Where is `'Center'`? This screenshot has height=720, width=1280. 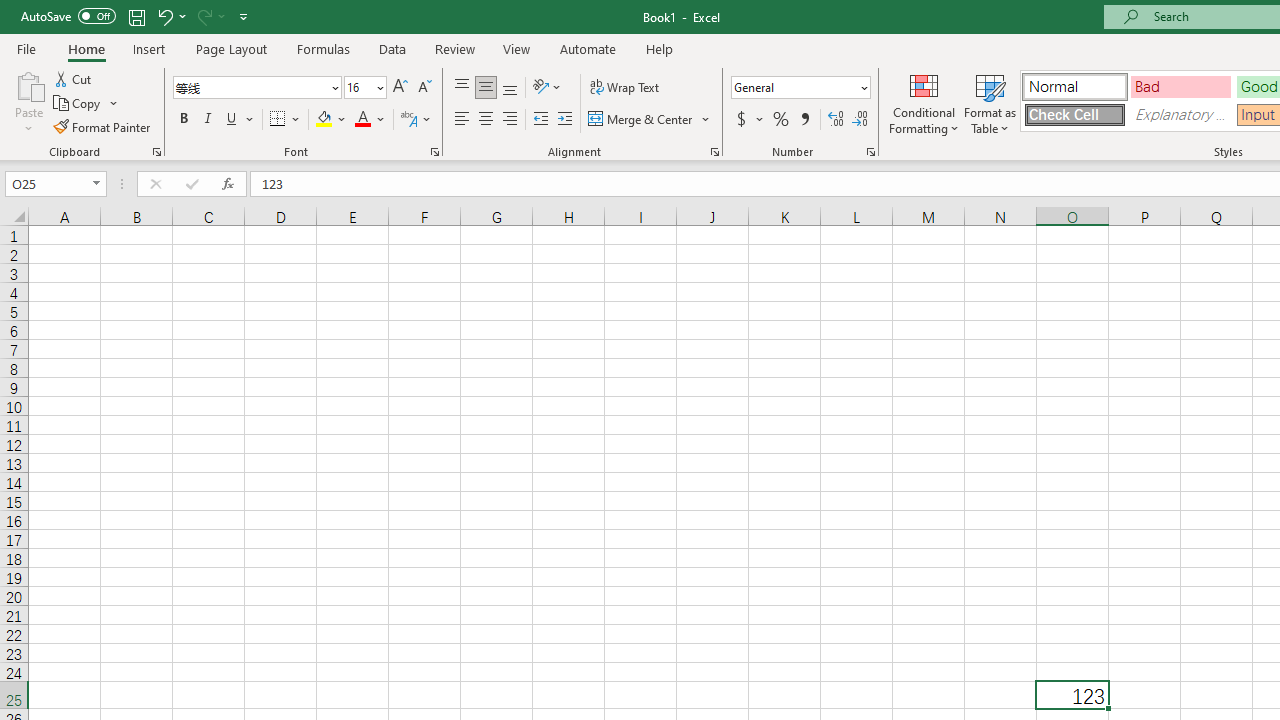 'Center' is located at coordinates (485, 119).